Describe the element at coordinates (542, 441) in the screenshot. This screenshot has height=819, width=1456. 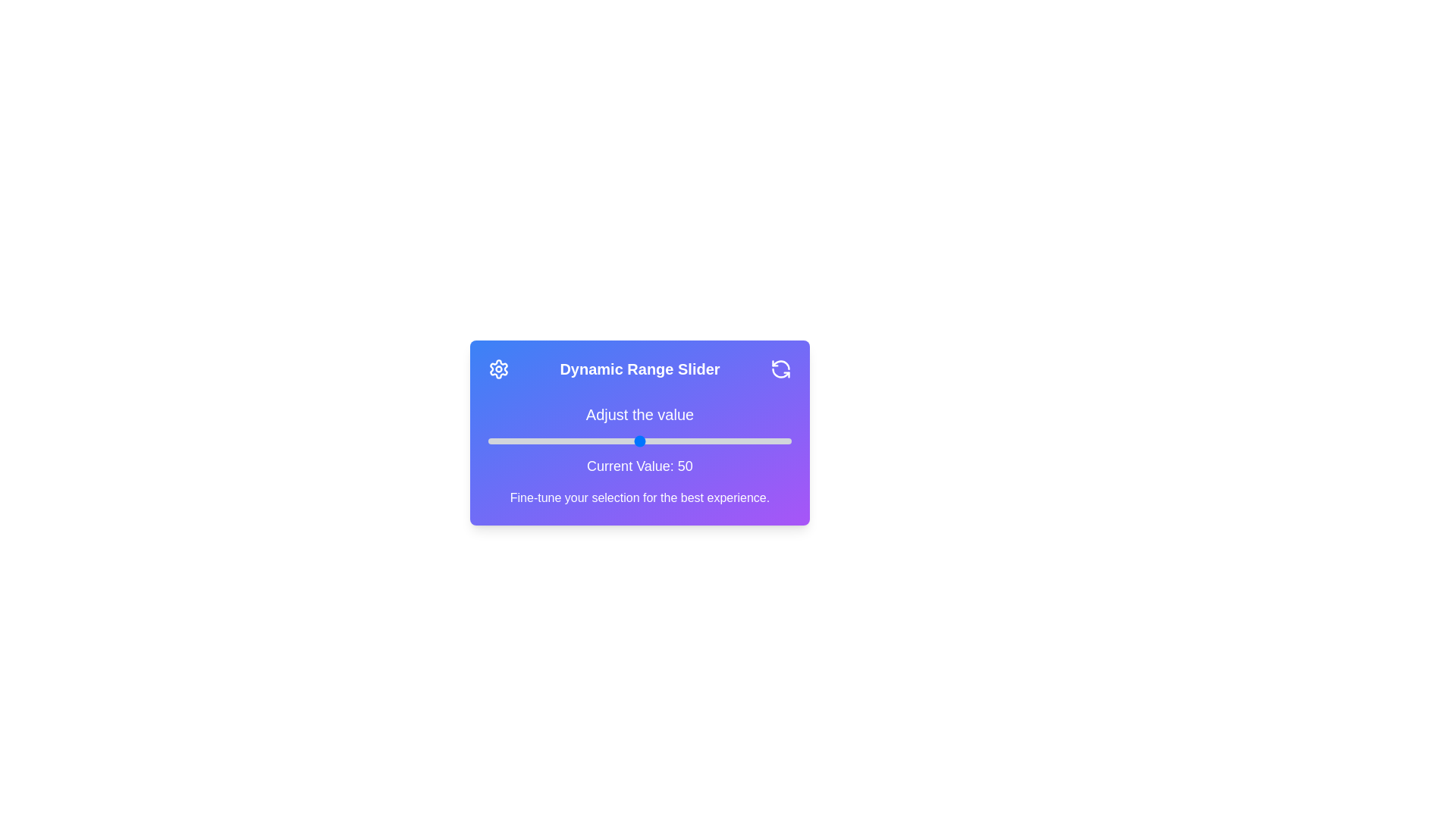
I see `the slider to set the value to 18` at that location.